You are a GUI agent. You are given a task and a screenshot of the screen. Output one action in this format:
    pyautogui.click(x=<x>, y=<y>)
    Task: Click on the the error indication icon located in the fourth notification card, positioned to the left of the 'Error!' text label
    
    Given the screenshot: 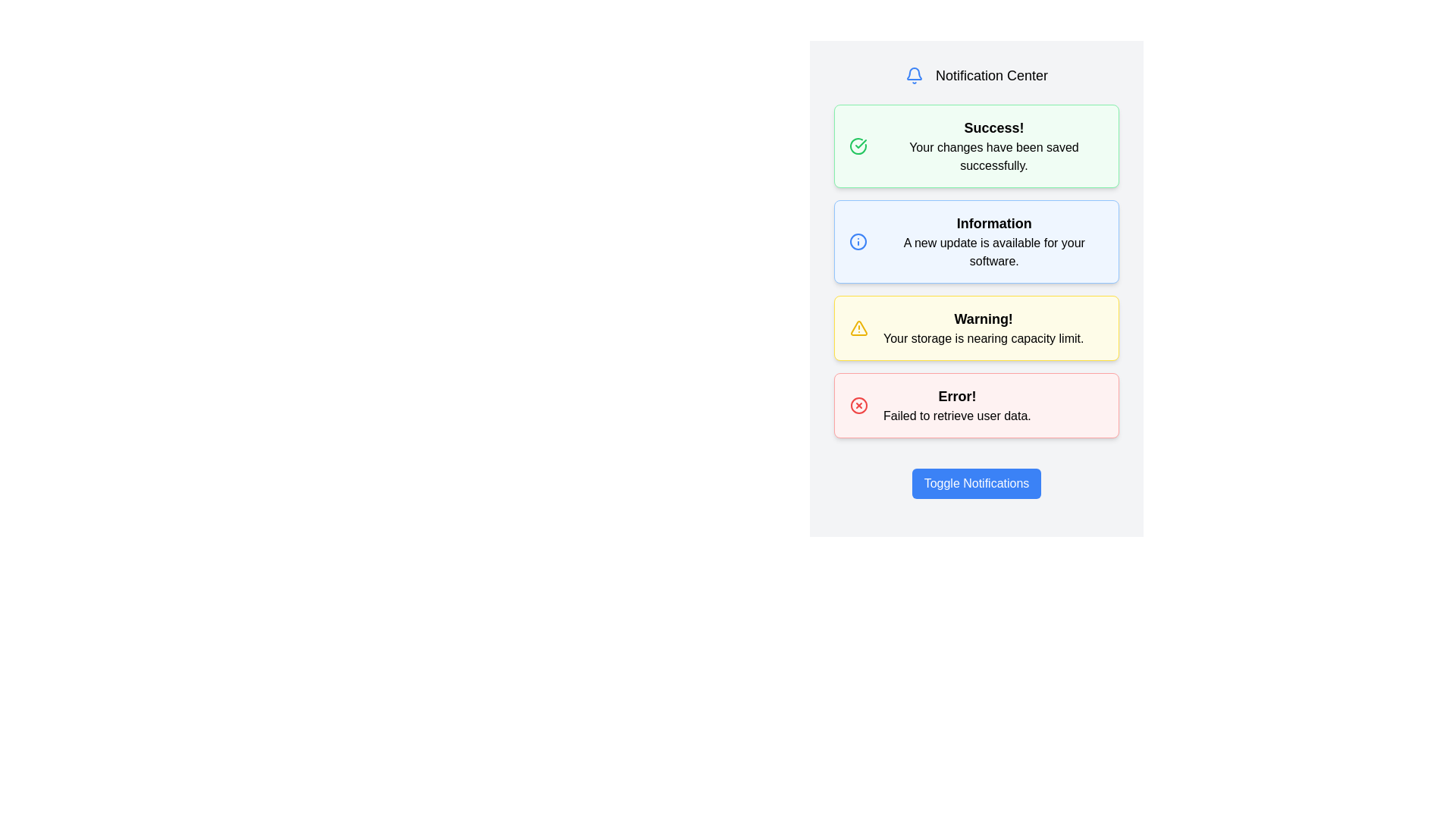 What is the action you would take?
    pyautogui.click(x=858, y=405)
    